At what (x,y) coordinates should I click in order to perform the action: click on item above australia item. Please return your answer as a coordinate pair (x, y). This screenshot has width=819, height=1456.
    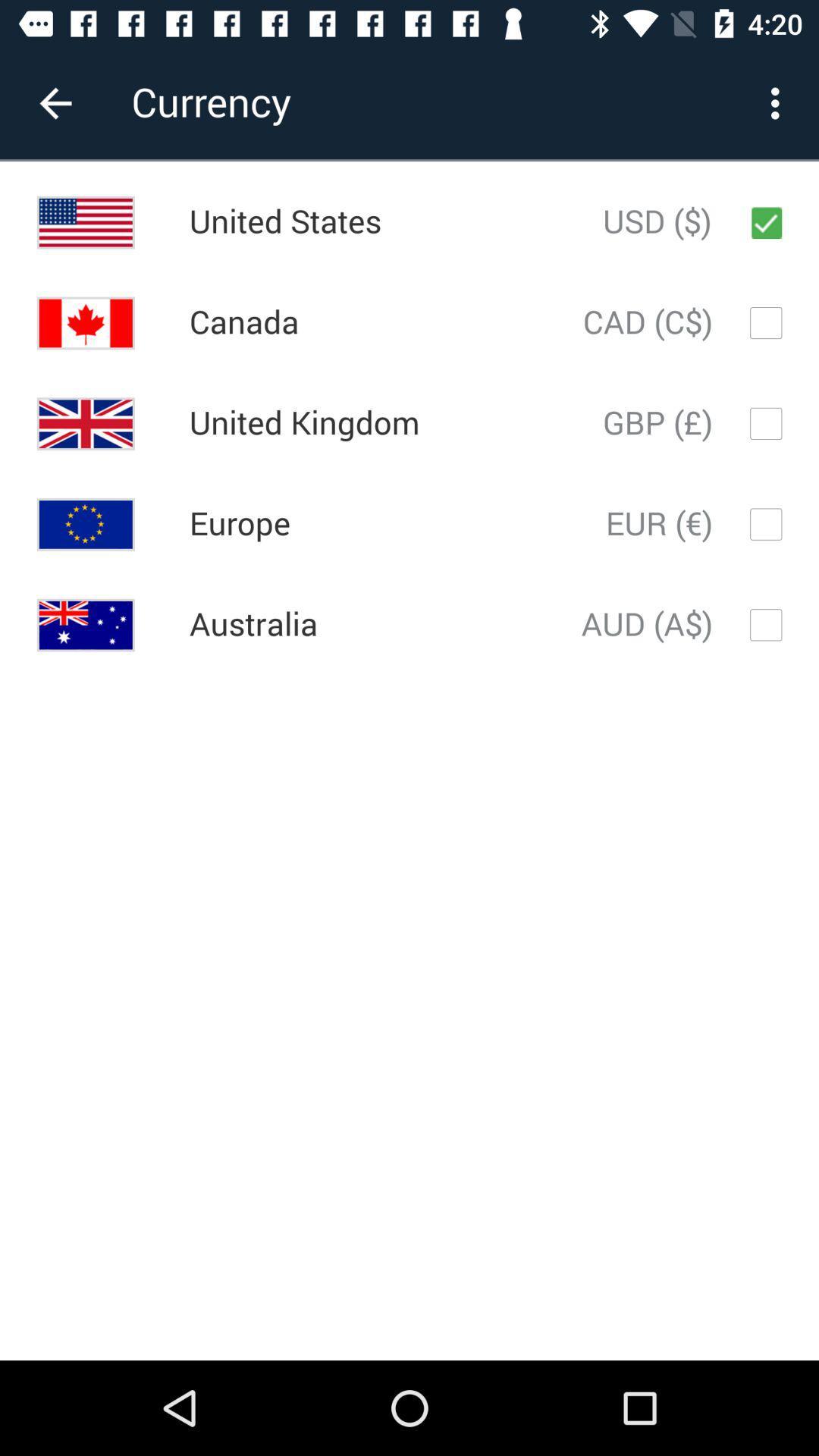
    Looking at the image, I should click on (239, 524).